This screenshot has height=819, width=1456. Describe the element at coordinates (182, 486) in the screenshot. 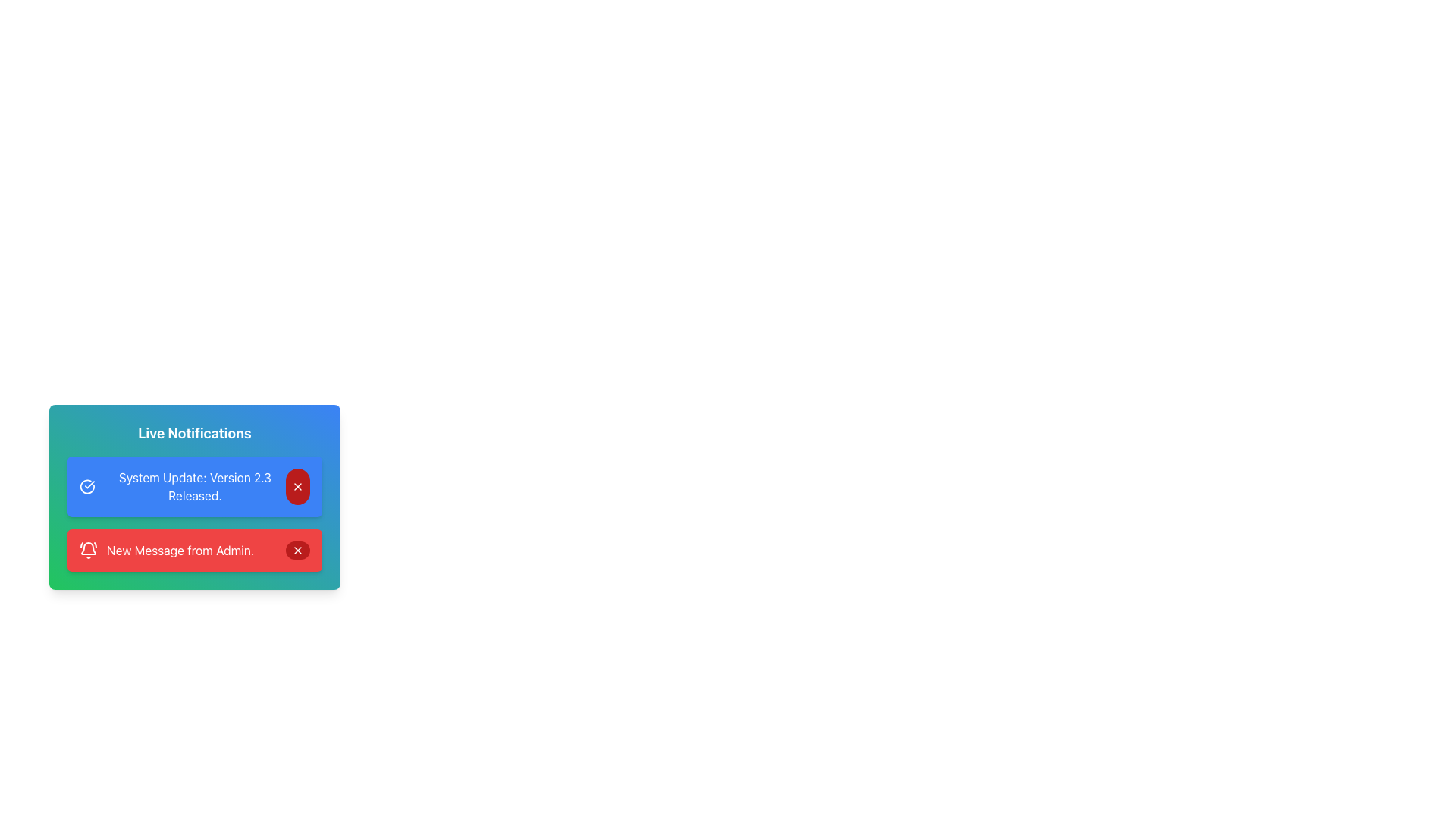

I see `notification text 'System Update: Version 2.3 Released.' from the notification with a blue background and a checkmark icon` at that location.